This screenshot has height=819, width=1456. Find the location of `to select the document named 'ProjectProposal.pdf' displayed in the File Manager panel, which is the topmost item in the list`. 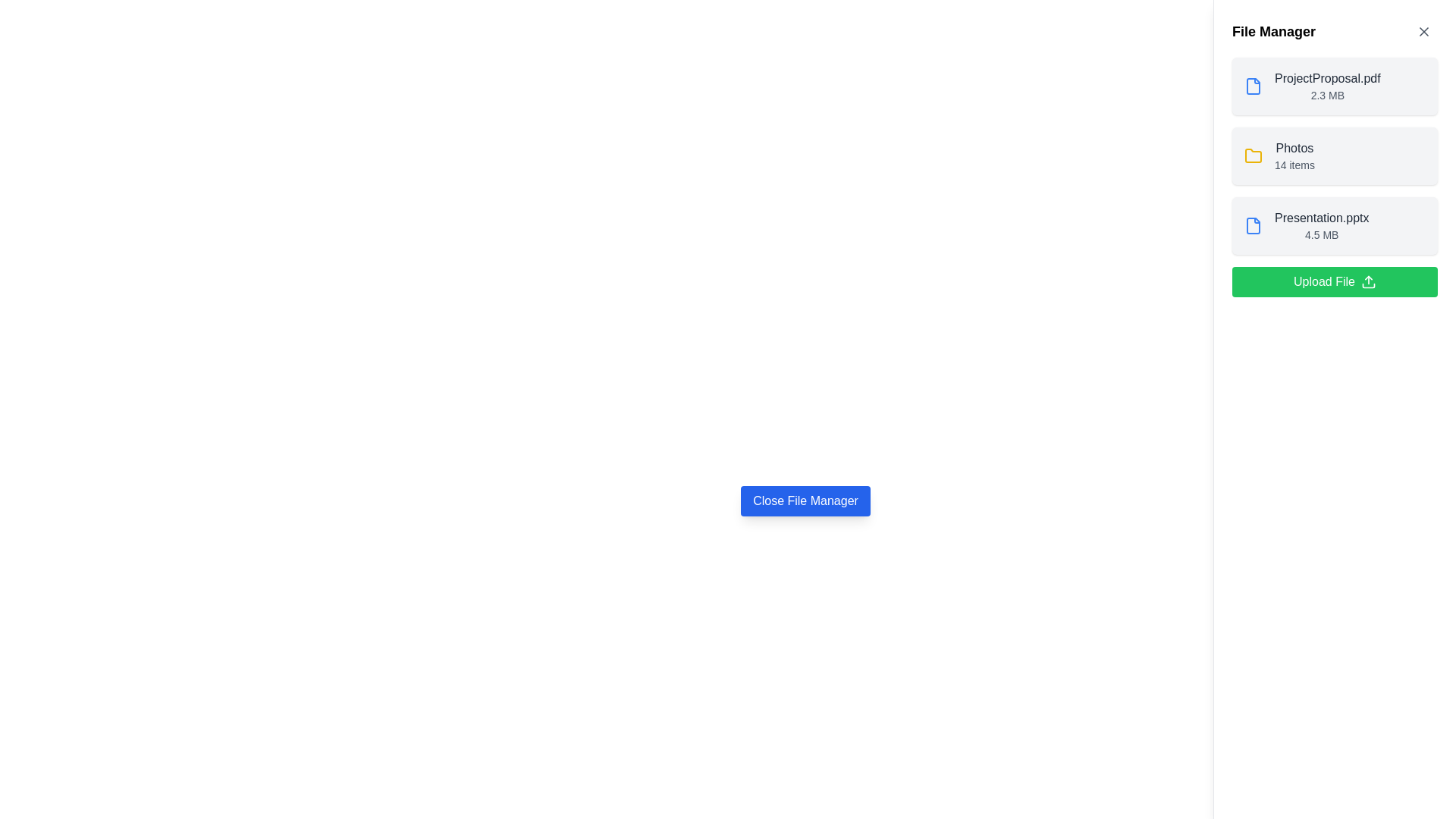

to select the document named 'ProjectProposal.pdf' displayed in the File Manager panel, which is the topmost item in the list is located at coordinates (1310, 86).